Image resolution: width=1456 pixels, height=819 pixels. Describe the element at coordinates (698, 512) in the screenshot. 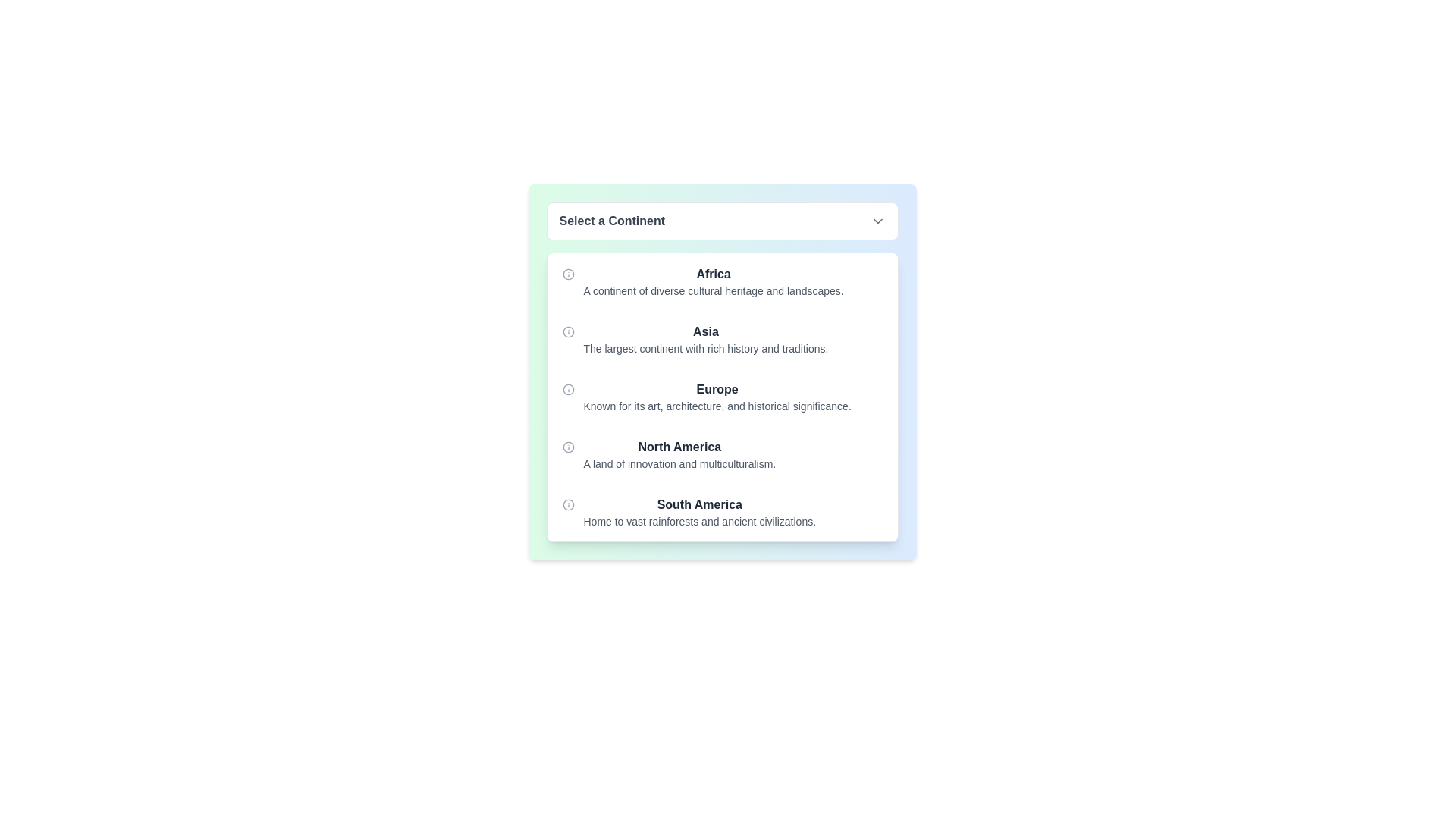

I see `to select the continent 'South America' from the dropdown menu panel, which is the last option in the list of continents` at that location.